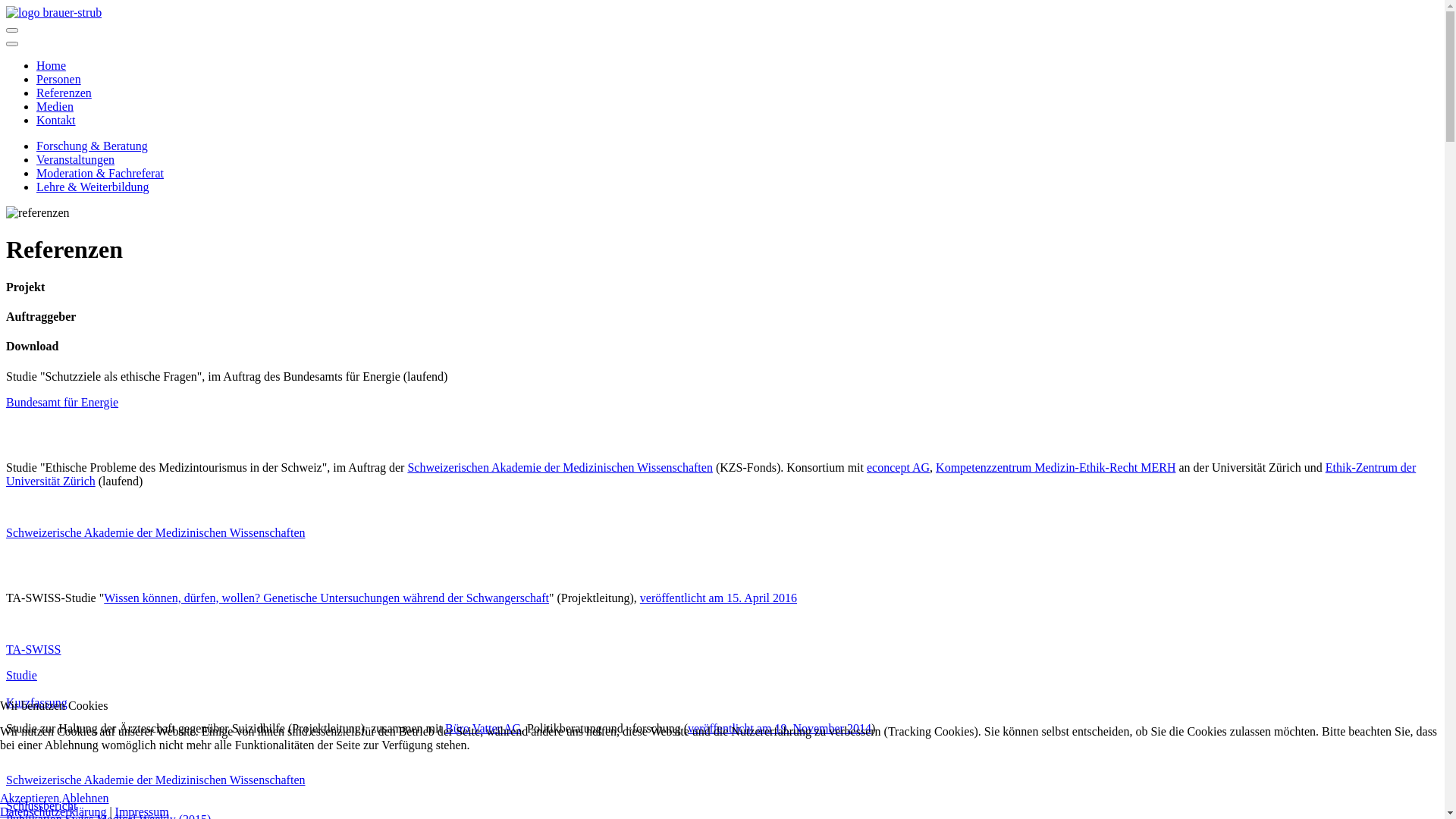 This screenshot has height=819, width=1456. Describe the element at coordinates (898, 466) in the screenshot. I see `'econcept AG'` at that location.